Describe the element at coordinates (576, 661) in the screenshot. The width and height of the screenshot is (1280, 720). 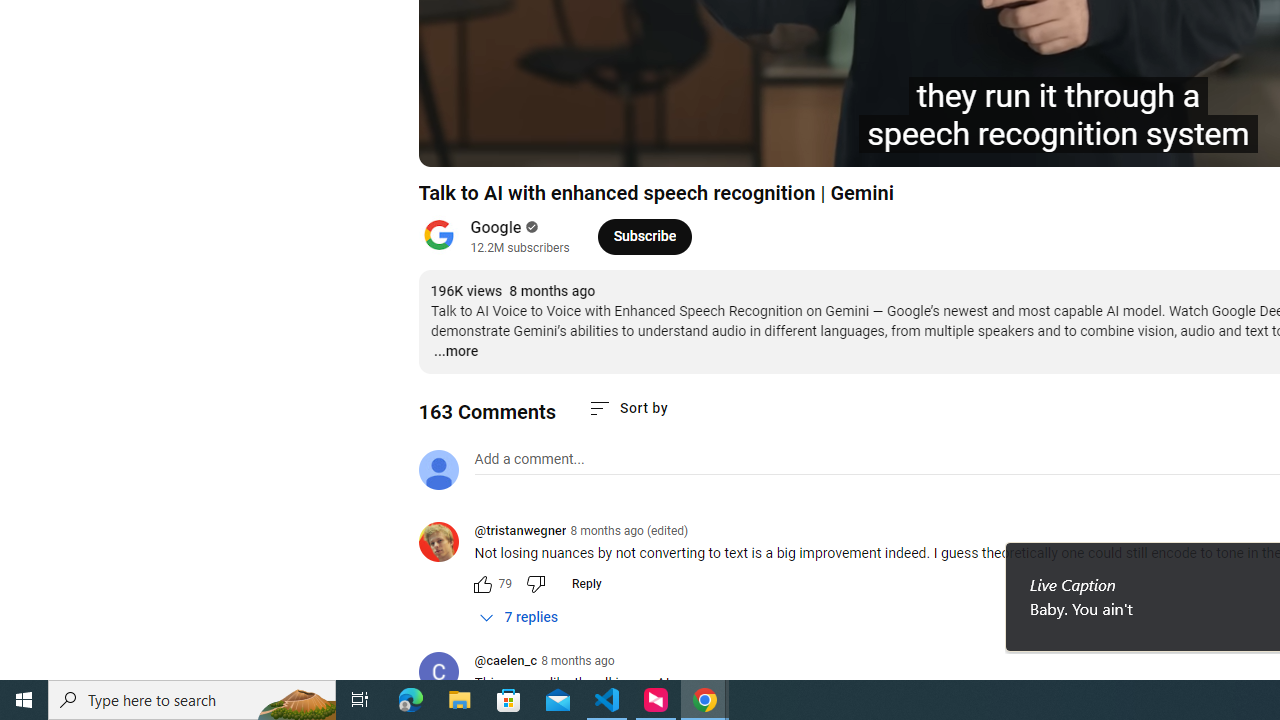
I see `'8 months ago'` at that location.